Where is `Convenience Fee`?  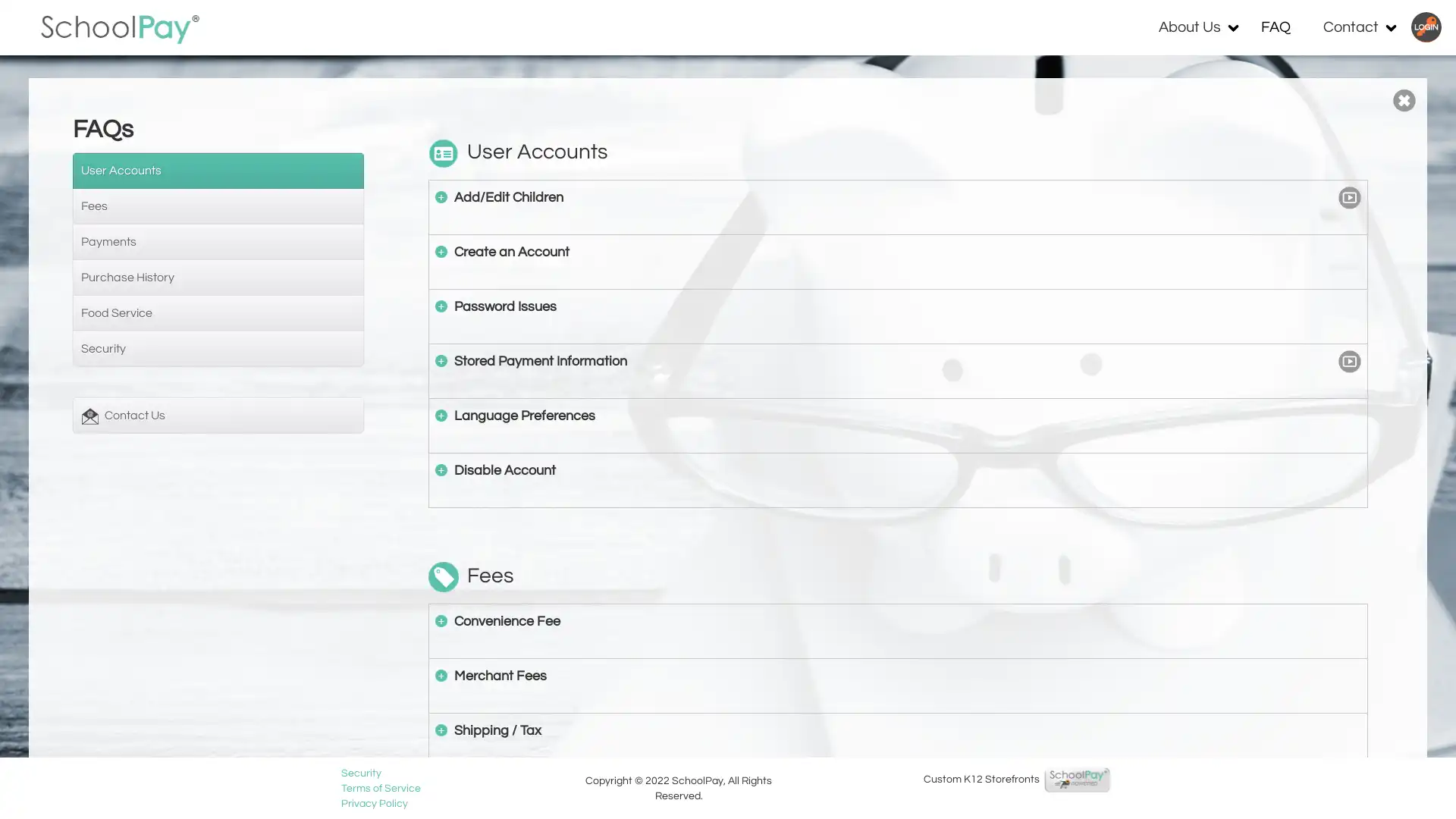 Convenience Fee is located at coordinates (440, 620).